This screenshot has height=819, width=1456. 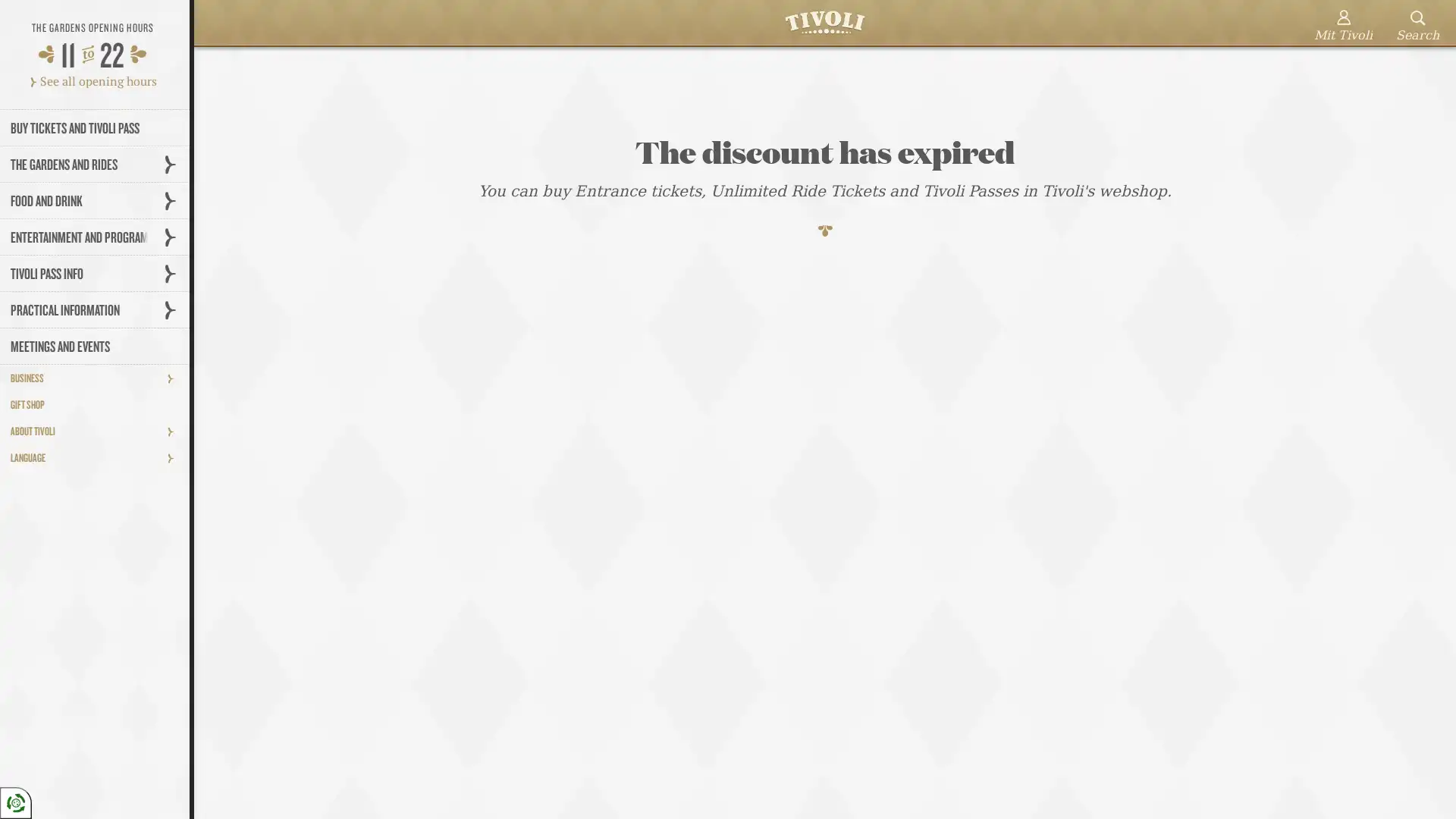 I want to click on Search, so click(x=1417, y=27).